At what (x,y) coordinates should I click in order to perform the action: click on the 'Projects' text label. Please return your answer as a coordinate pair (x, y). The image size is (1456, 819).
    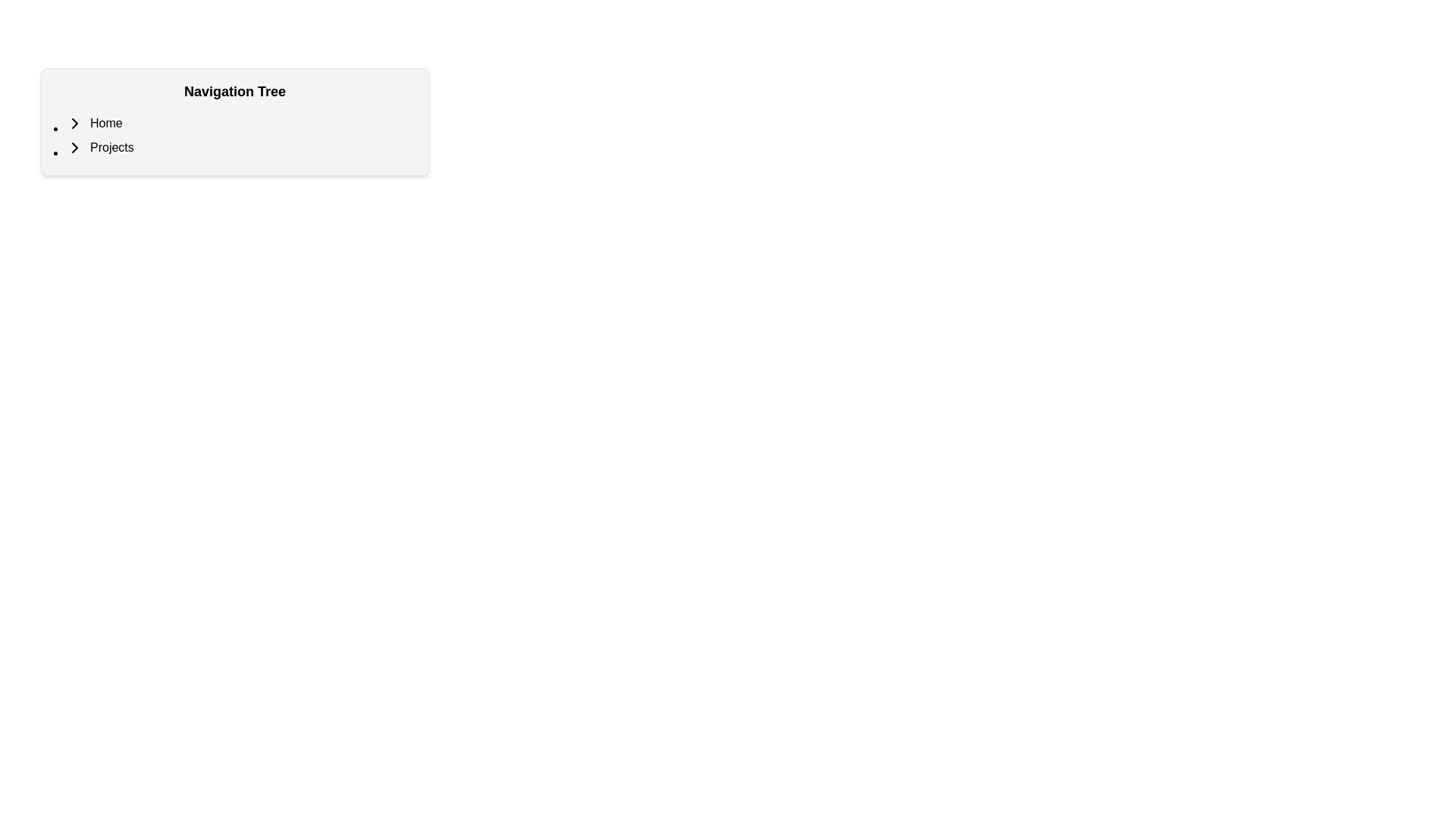
    Looking at the image, I should click on (111, 148).